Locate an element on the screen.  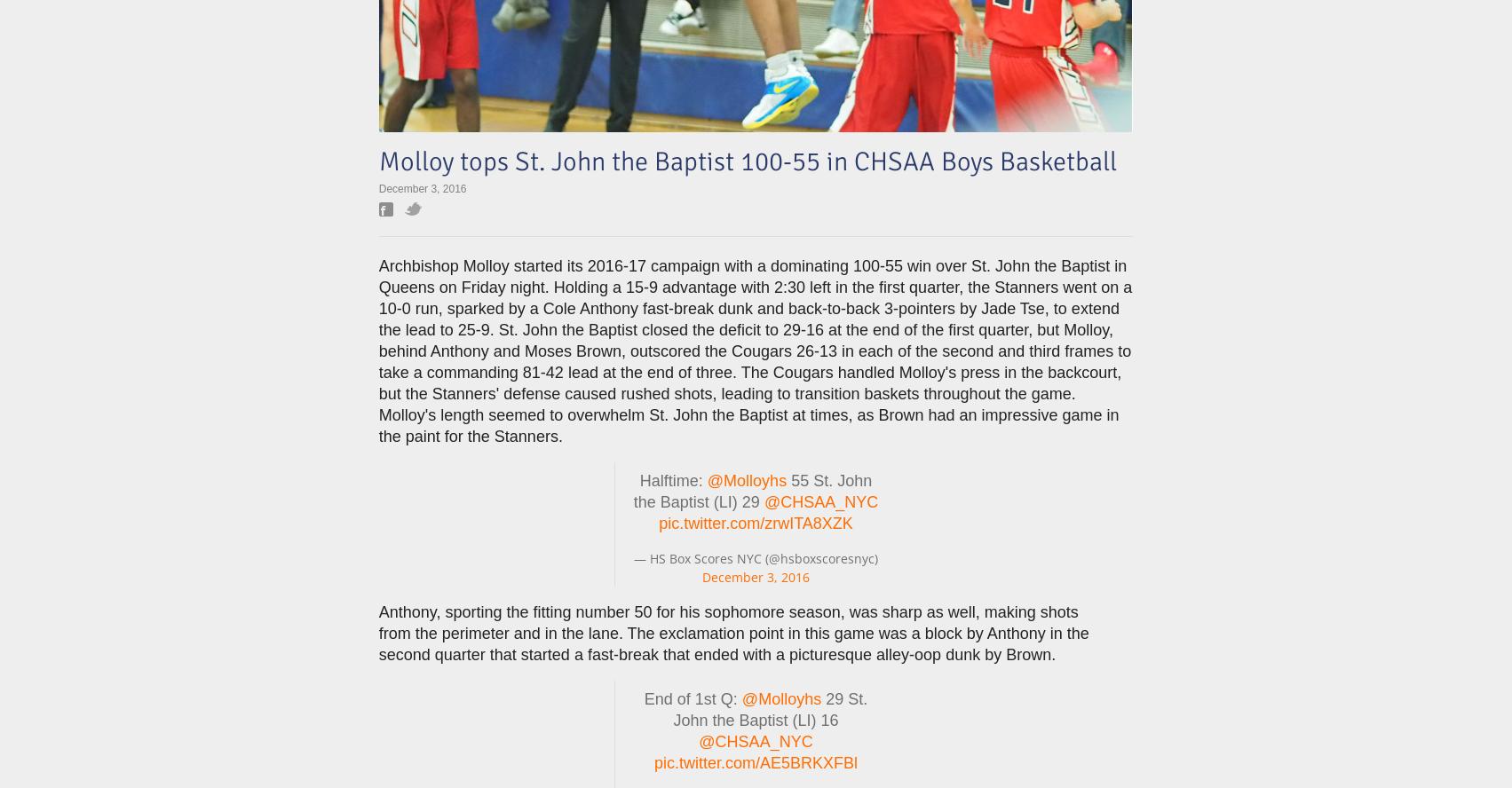
'29 St. John the Baptist (LI) 16' is located at coordinates (769, 709).